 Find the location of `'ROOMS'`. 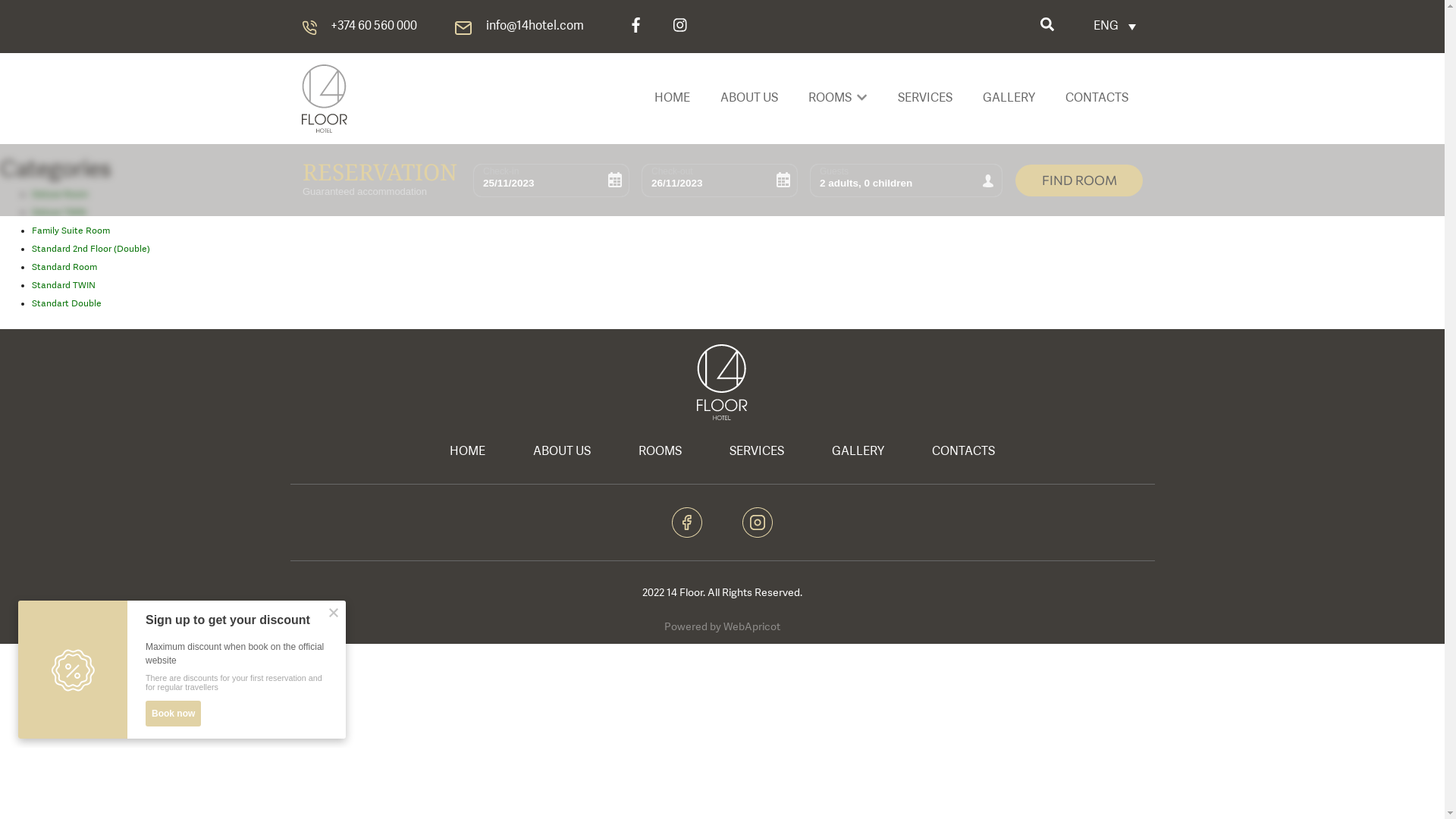

'ROOMS' is located at coordinates (660, 451).